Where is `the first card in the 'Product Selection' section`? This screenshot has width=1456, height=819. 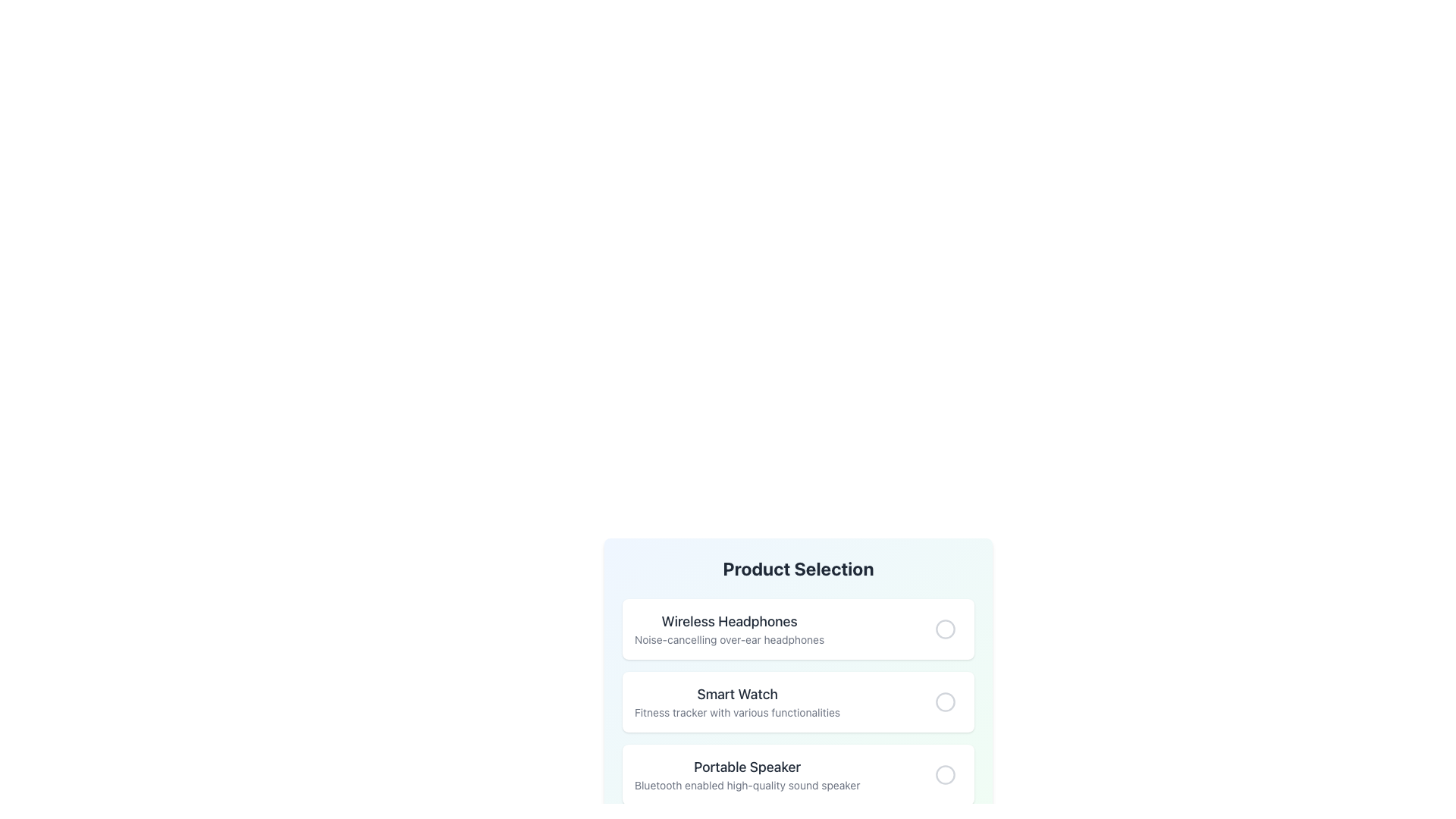 the first card in the 'Product Selection' section is located at coordinates (797, 629).